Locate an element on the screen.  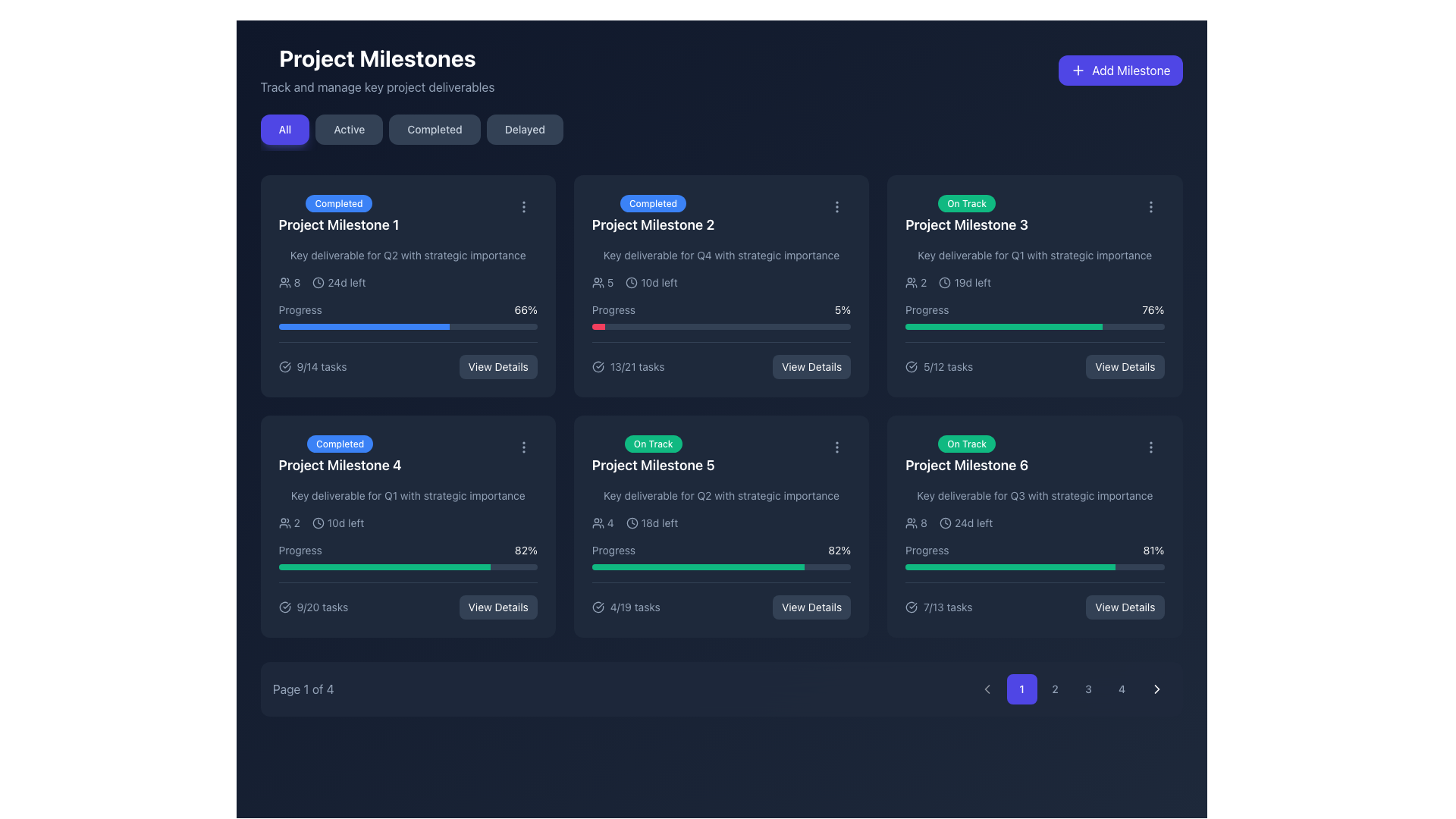
the button located is located at coordinates (1150, 207).